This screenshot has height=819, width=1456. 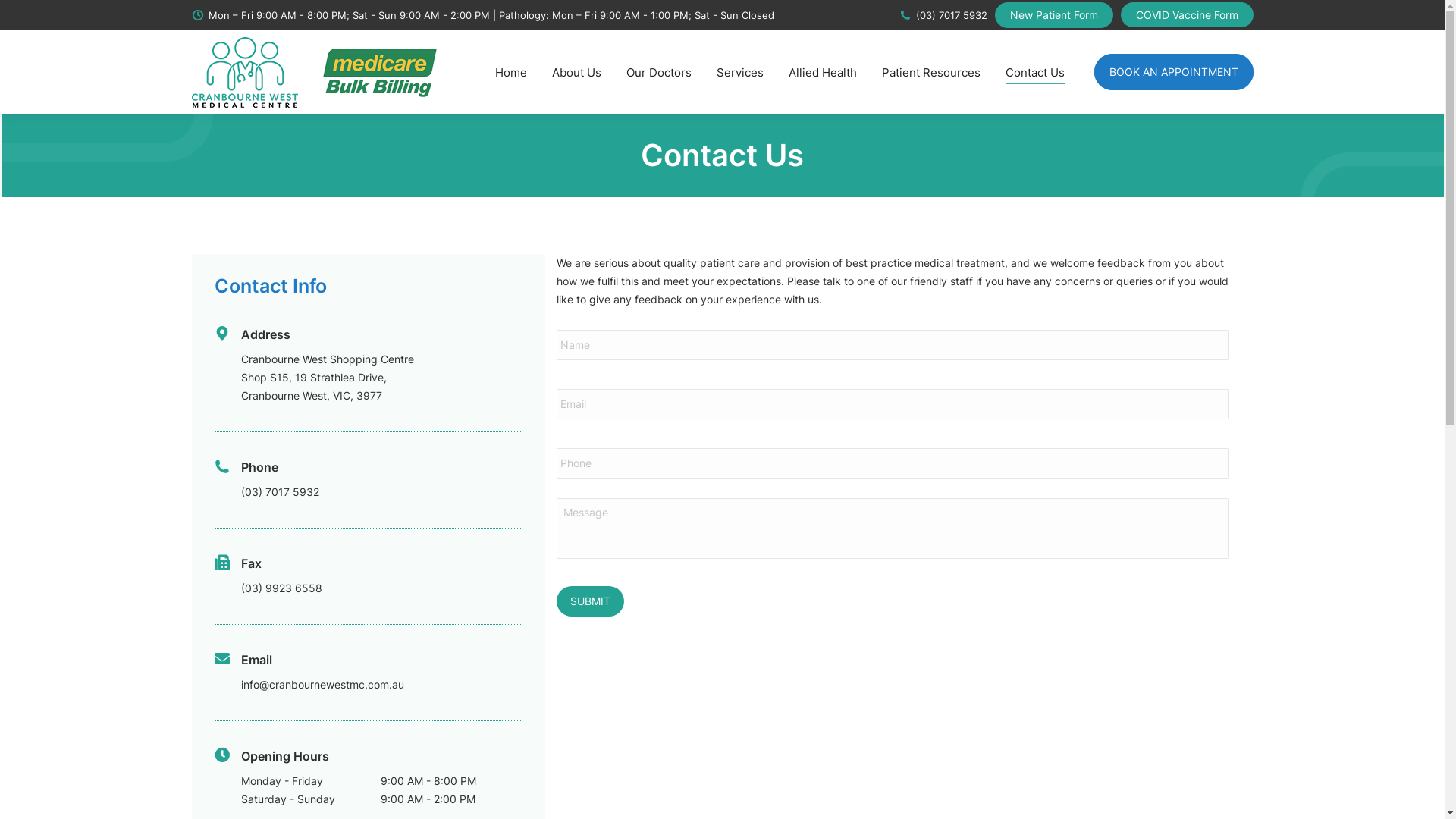 What do you see at coordinates (658, 72) in the screenshot?
I see `'Our Doctors'` at bounding box center [658, 72].